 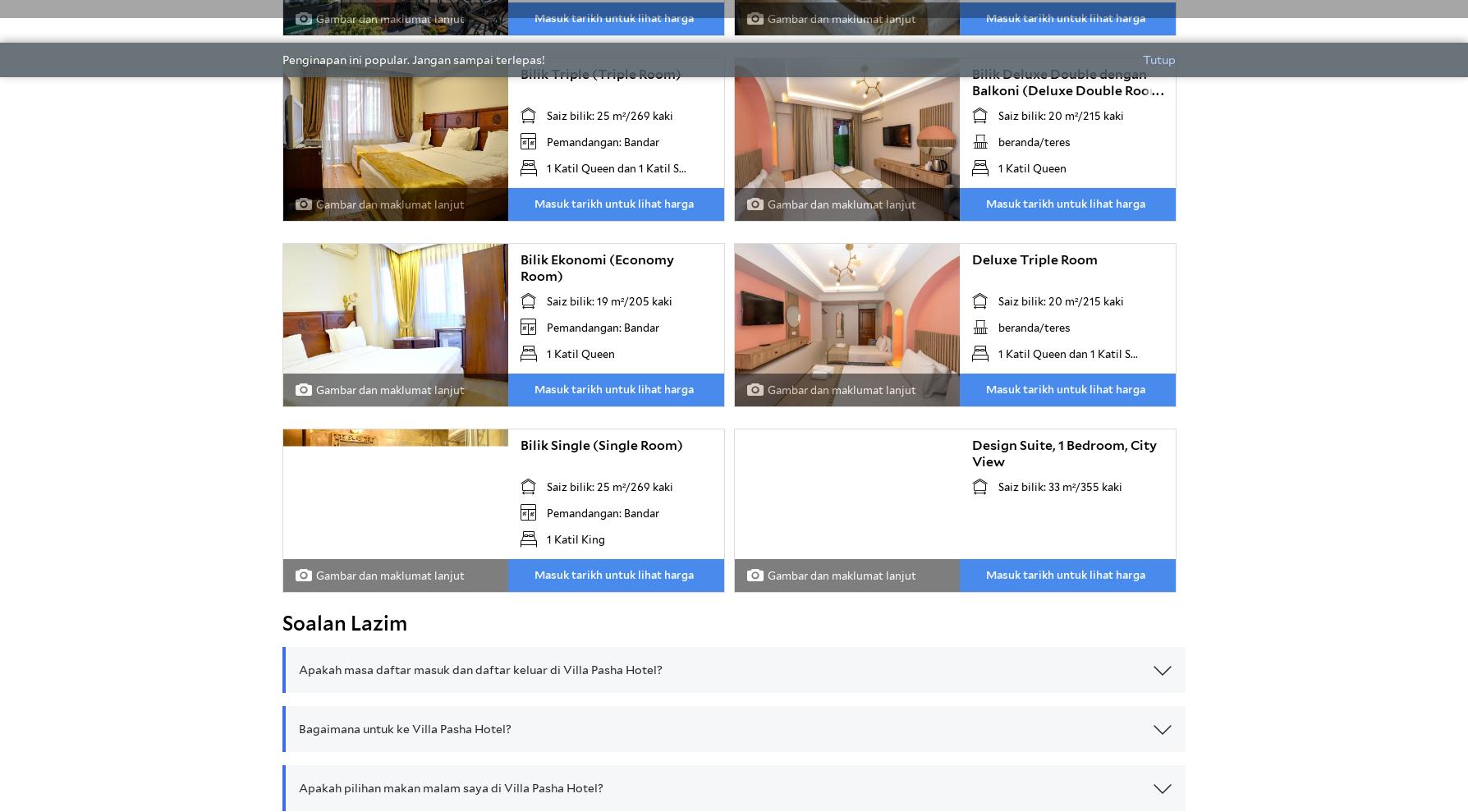 What do you see at coordinates (282, 623) in the screenshot?
I see `'Soalan Lazim'` at bounding box center [282, 623].